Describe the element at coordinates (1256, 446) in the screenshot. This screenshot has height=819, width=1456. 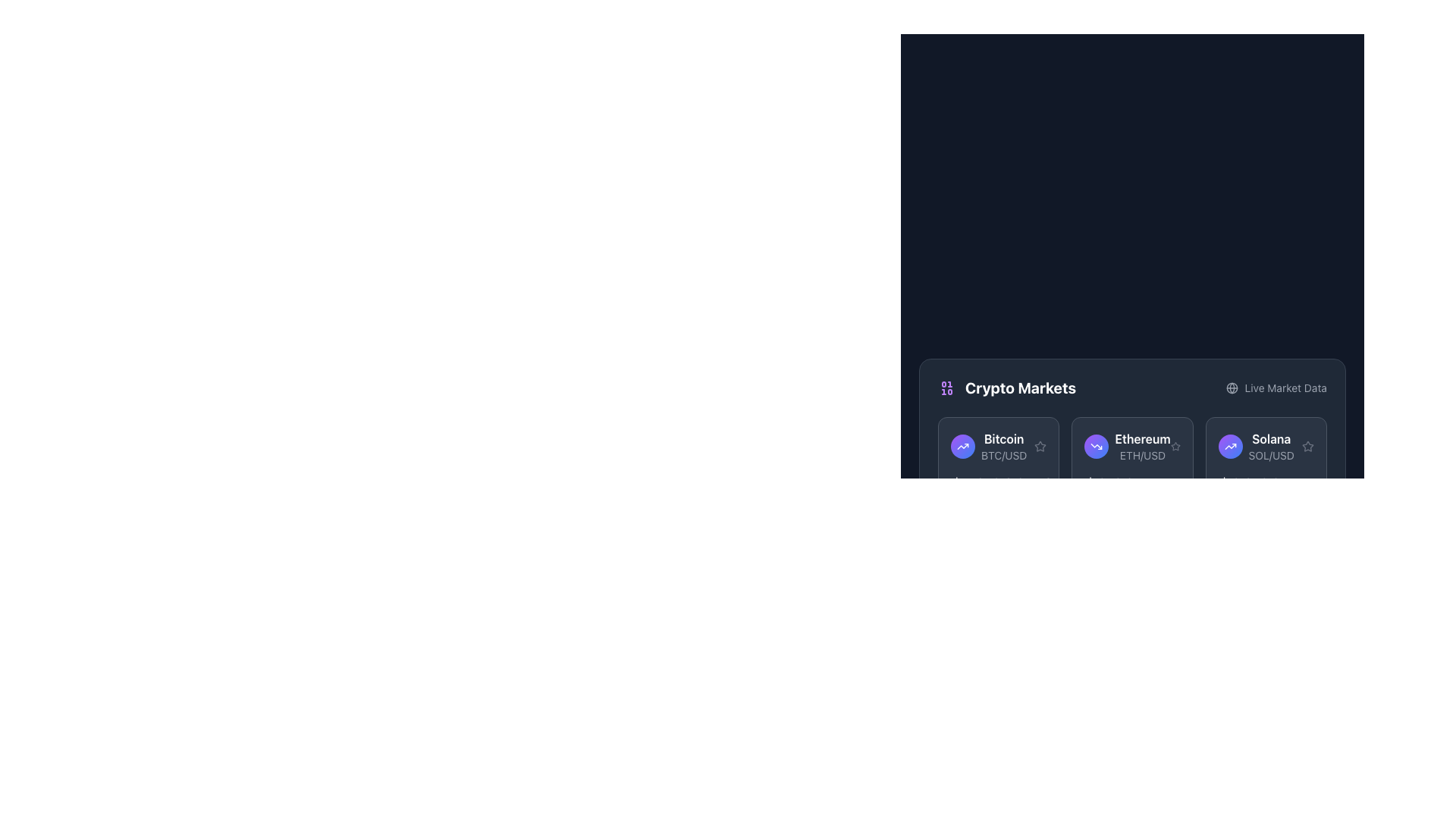
I see `the 'Solana' informational card` at that location.